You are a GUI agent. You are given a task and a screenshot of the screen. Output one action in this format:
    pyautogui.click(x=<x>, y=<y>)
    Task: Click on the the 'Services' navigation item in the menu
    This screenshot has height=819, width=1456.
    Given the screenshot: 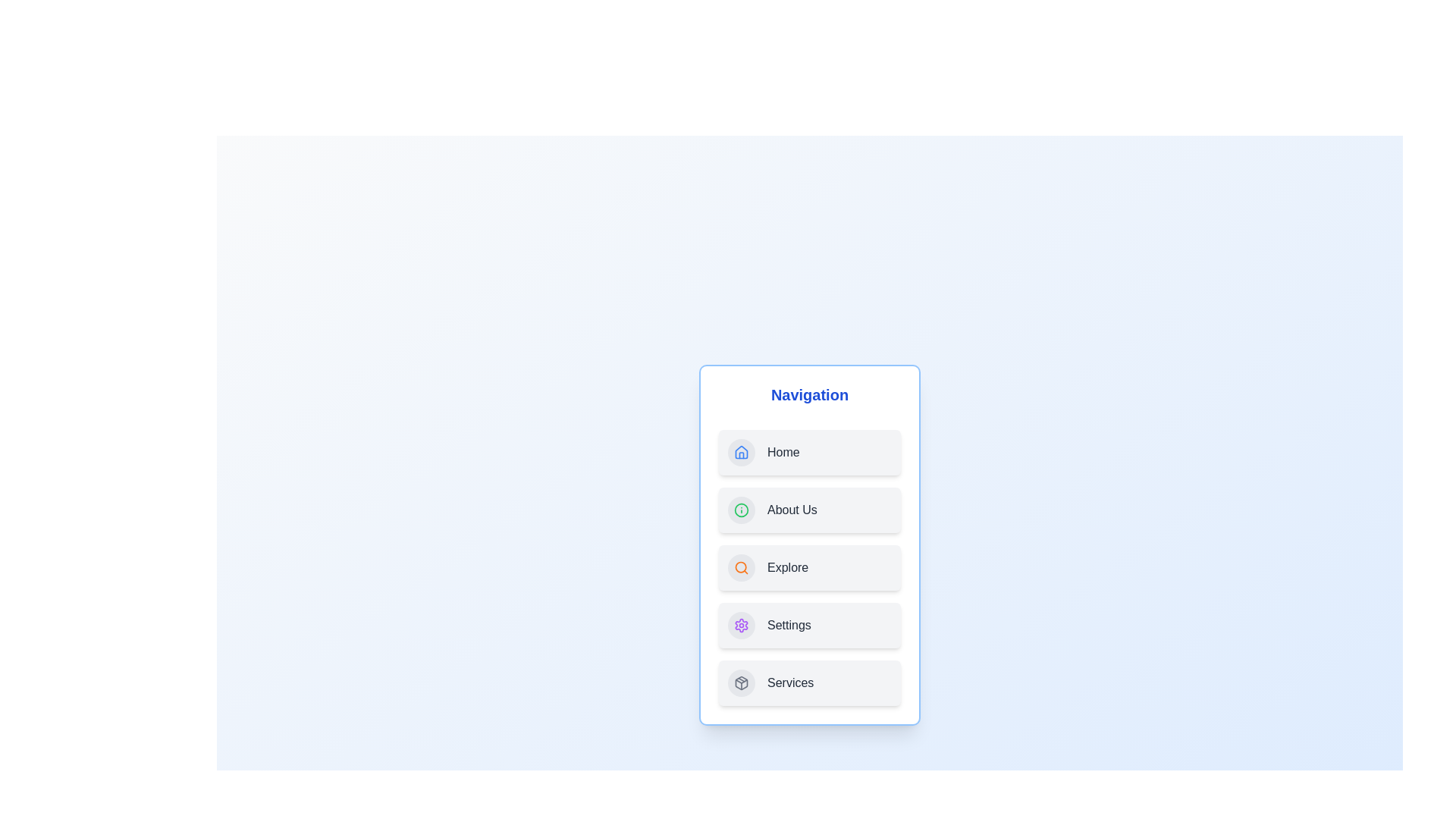 What is the action you would take?
    pyautogui.click(x=809, y=683)
    